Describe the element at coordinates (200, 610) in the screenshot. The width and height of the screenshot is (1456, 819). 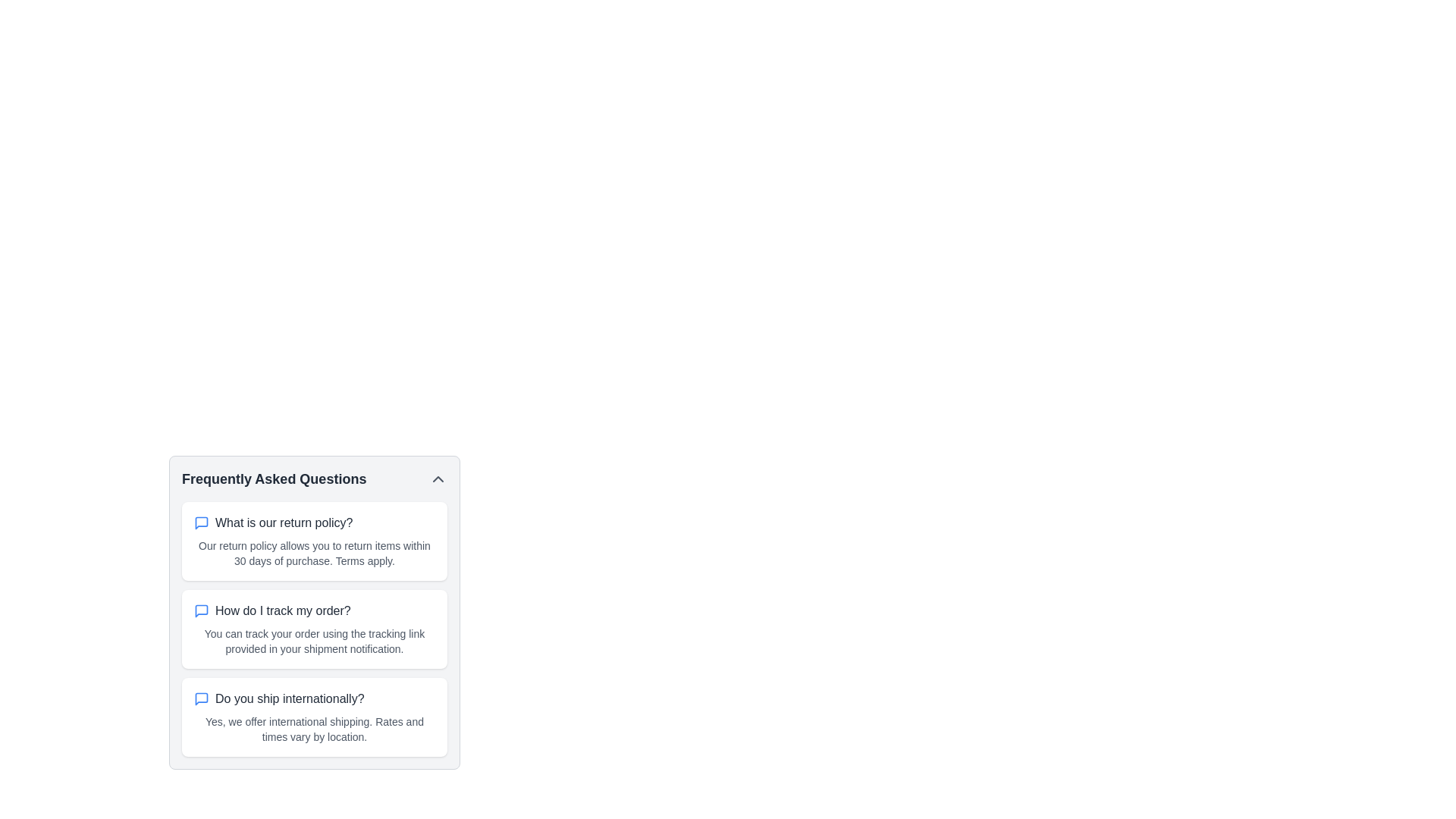
I see `the blue speech balloon icon located to the left of the text 'How do I track my order?' in the Frequently Asked Questions section` at that location.